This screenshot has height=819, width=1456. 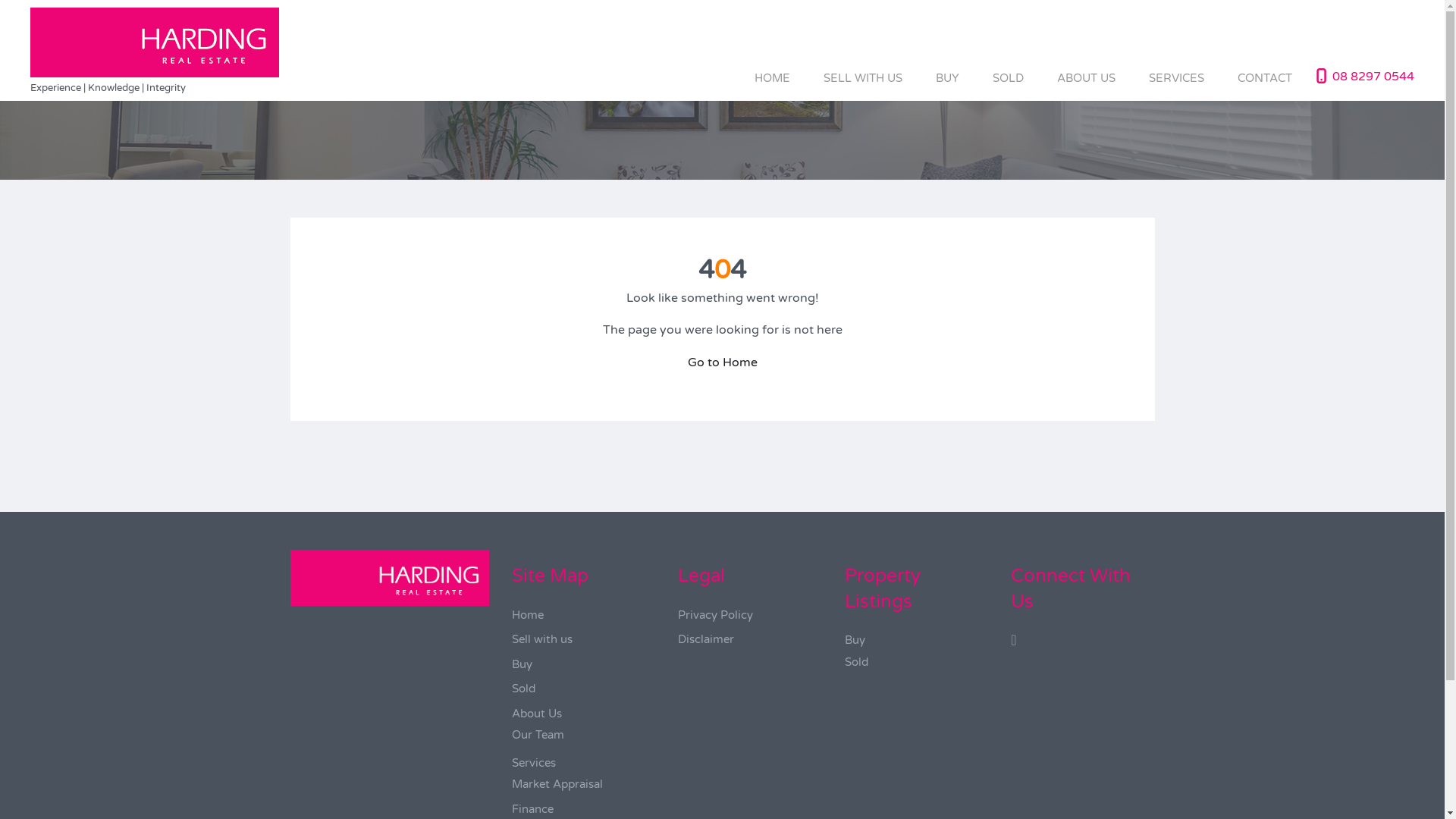 I want to click on 'Home', so click(x=528, y=614).